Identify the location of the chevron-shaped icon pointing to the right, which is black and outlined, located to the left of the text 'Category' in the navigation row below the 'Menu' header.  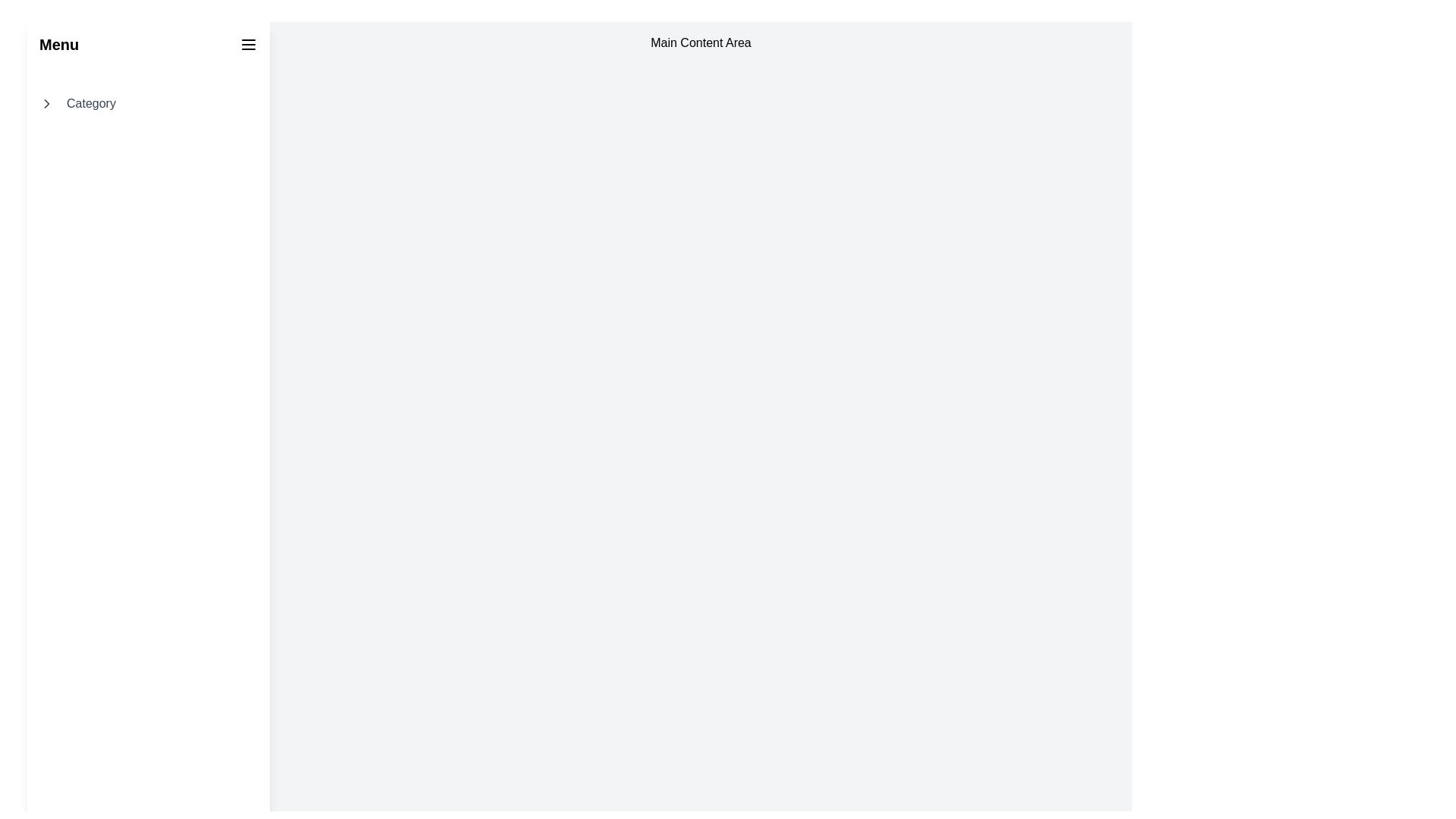
(47, 103).